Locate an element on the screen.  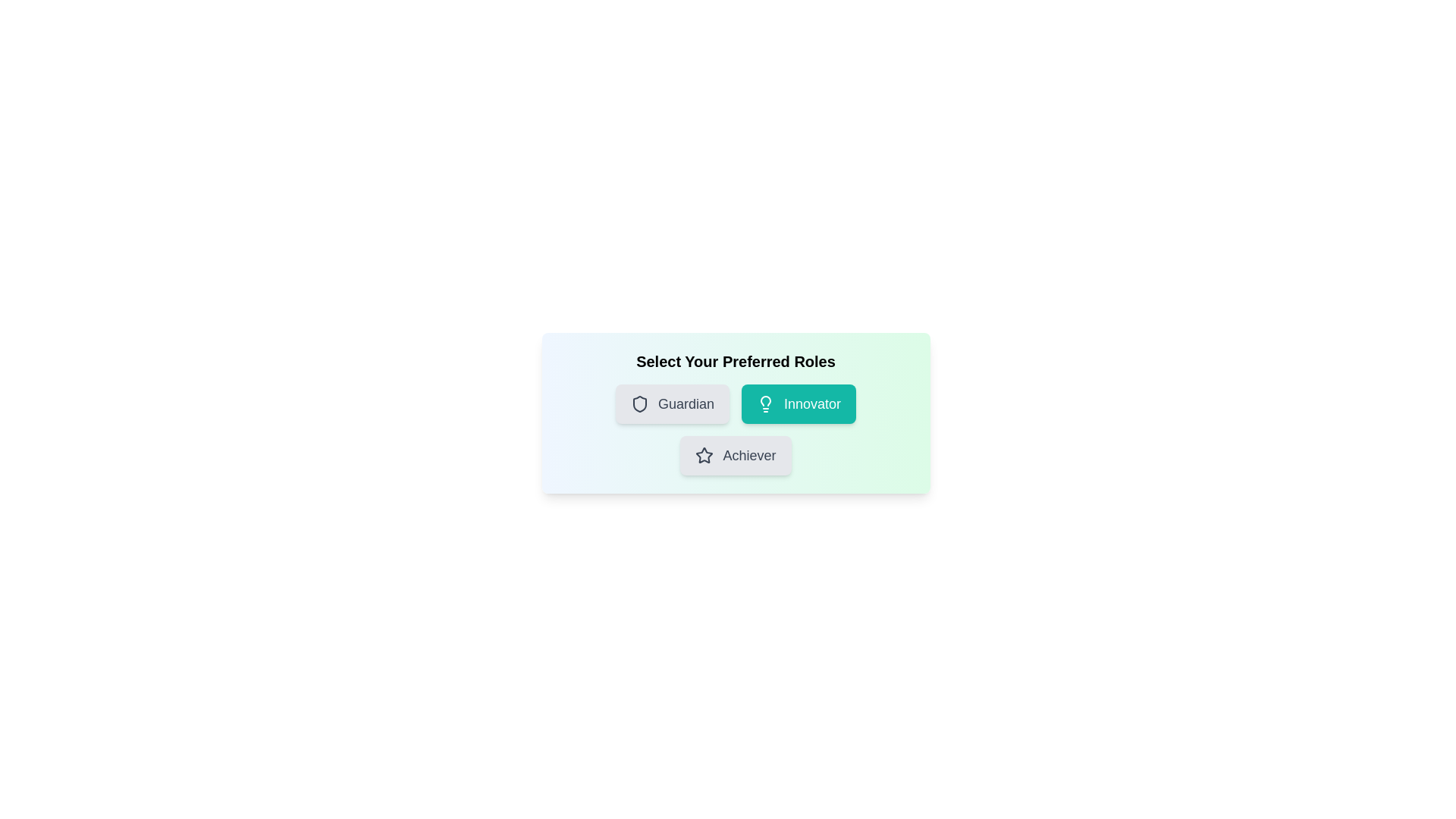
the role card Achiever is located at coordinates (736, 455).